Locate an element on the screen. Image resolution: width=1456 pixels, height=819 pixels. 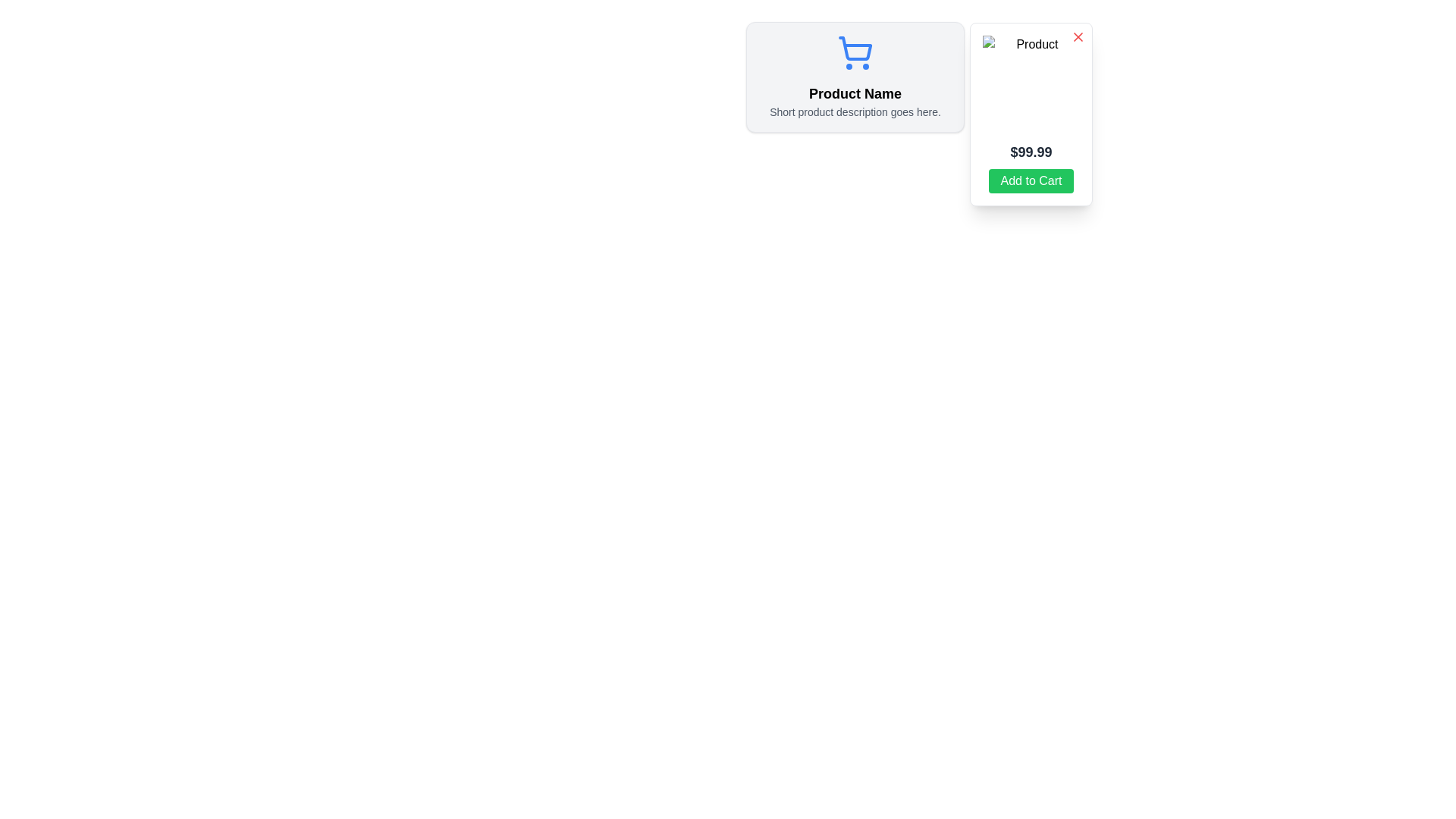
the Product display section, which includes a blue shopping cart icon and the text 'Product Name' in bold black font is located at coordinates (855, 77).